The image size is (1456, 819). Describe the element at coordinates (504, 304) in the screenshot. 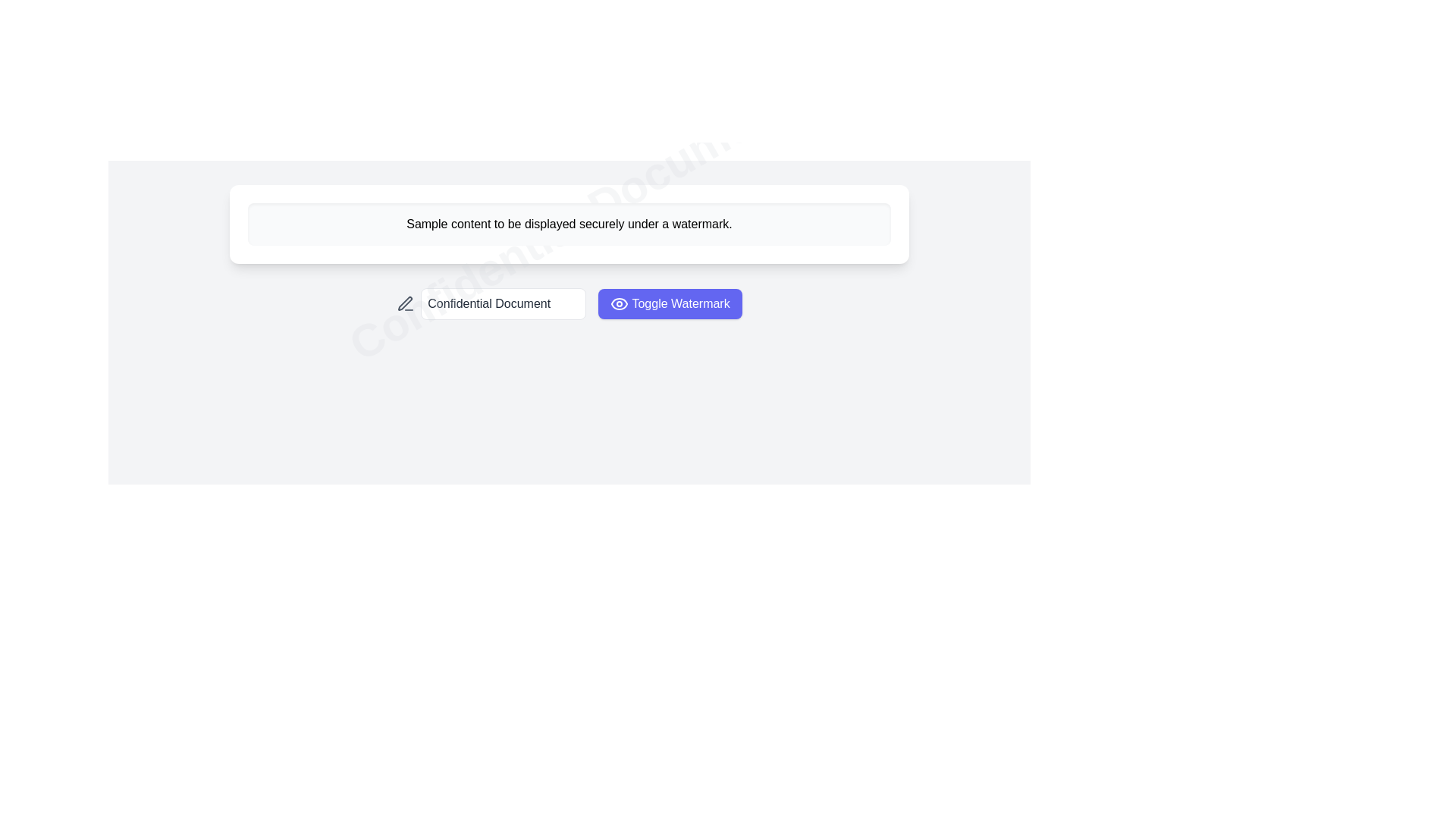

I see `the Text Input Field, which is located between a pen icon and a blue button labeled 'Toggle Watermark', to focus on it` at that location.